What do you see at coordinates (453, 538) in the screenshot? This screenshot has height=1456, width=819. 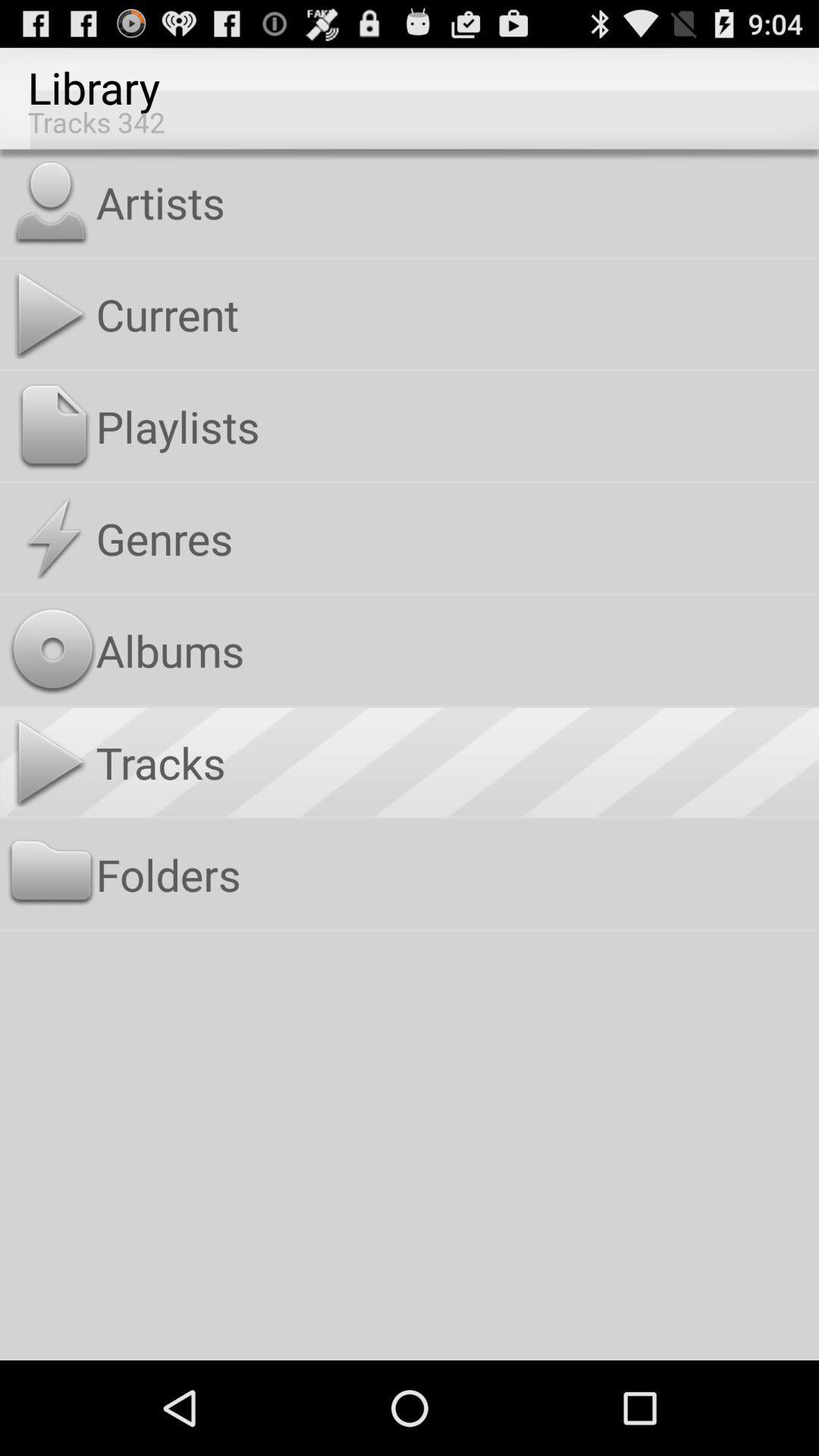 I see `the genres app` at bounding box center [453, 538].